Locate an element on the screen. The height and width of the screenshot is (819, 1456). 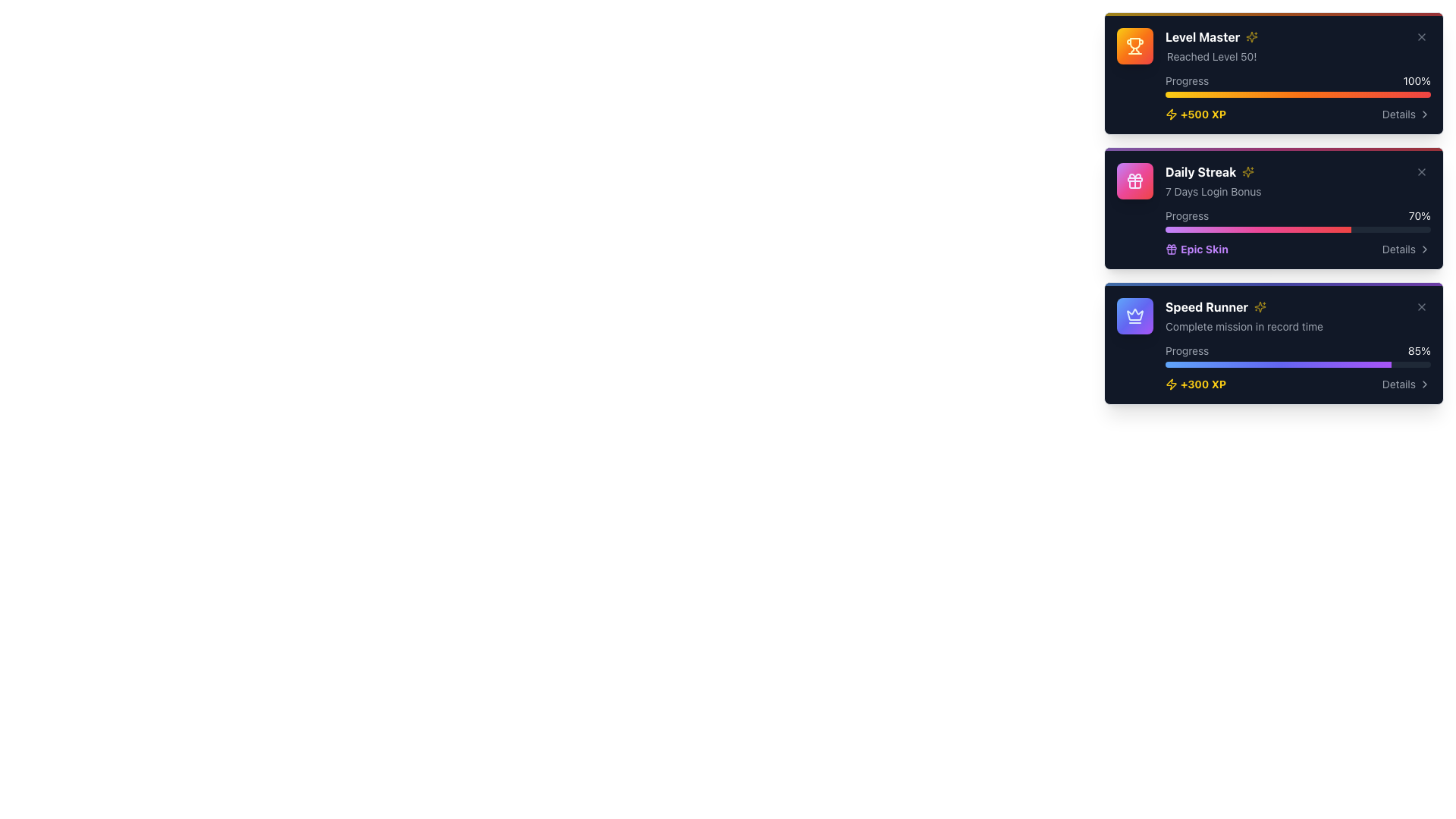
progress and XP details from the 'Speed Runner' task card, which is the third card in a vertical stack located at the bottom of the stack is located at coordinates (1274, 343).